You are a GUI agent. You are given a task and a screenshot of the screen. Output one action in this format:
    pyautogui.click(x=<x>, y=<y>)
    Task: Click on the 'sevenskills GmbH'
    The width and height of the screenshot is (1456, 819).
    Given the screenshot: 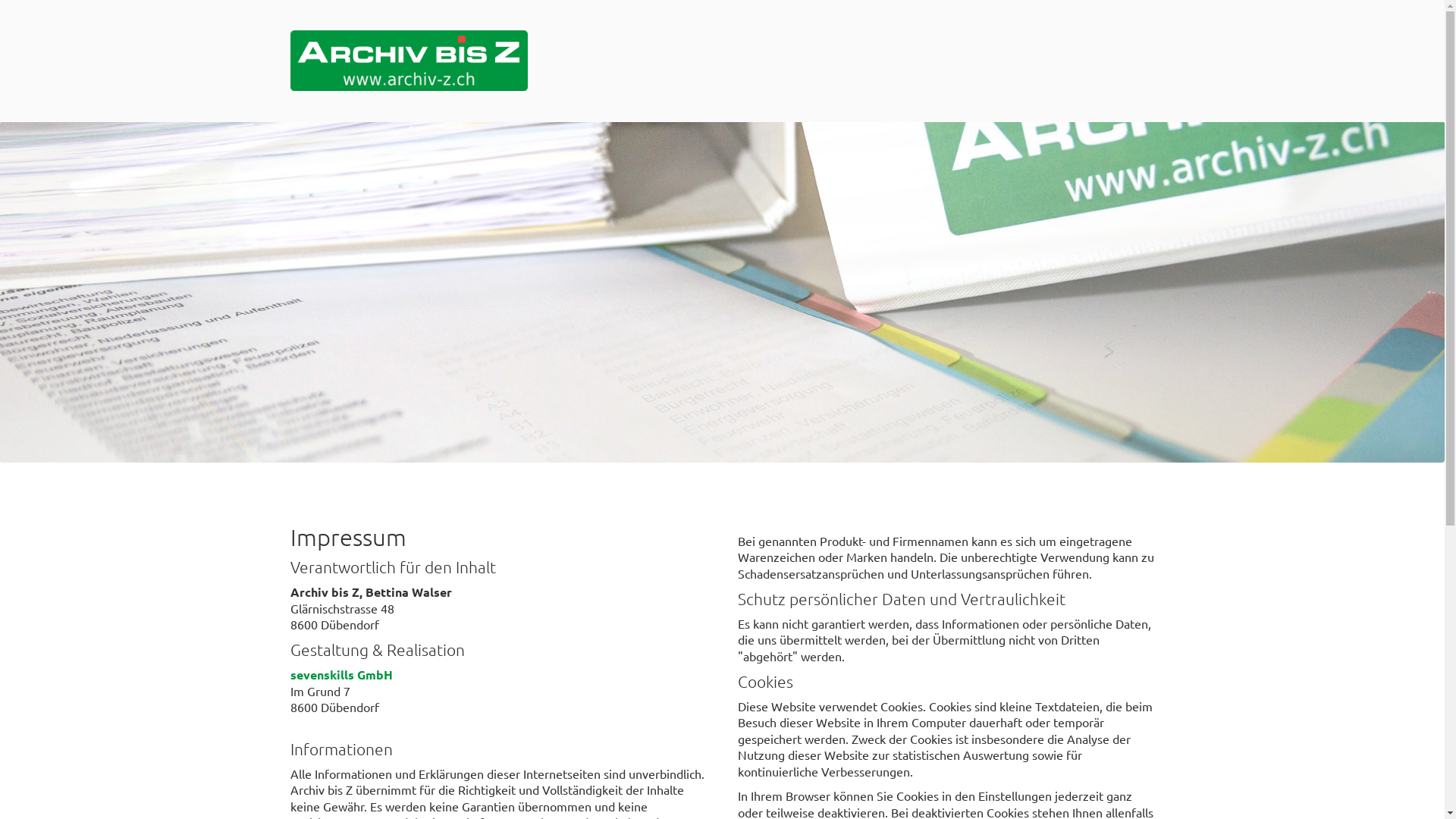 What is the action you would take?
    pyautogui.click(x=290, y=673)
    